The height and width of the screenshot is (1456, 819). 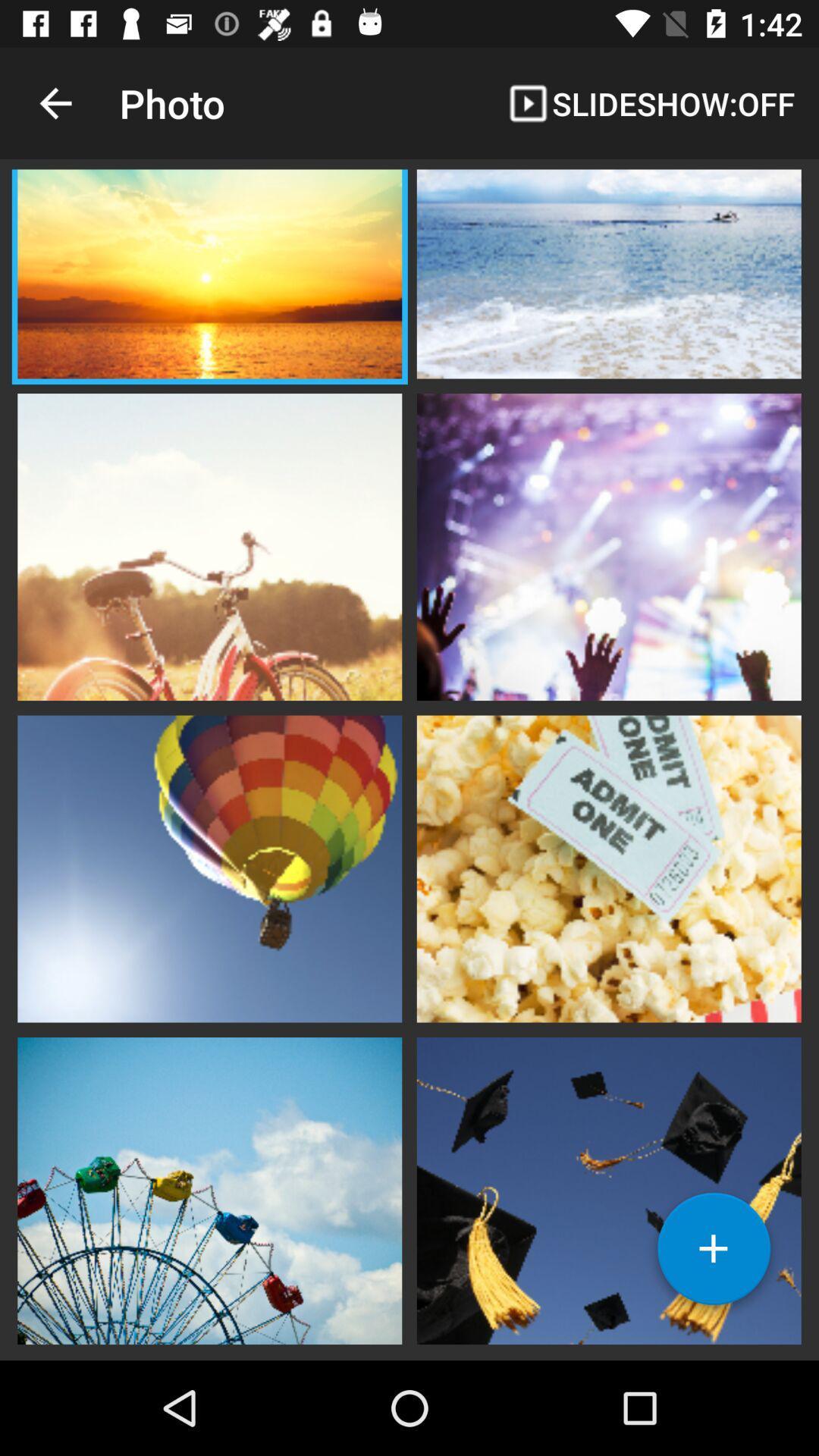 I want to click on open image, so click(x=209, y=1188).